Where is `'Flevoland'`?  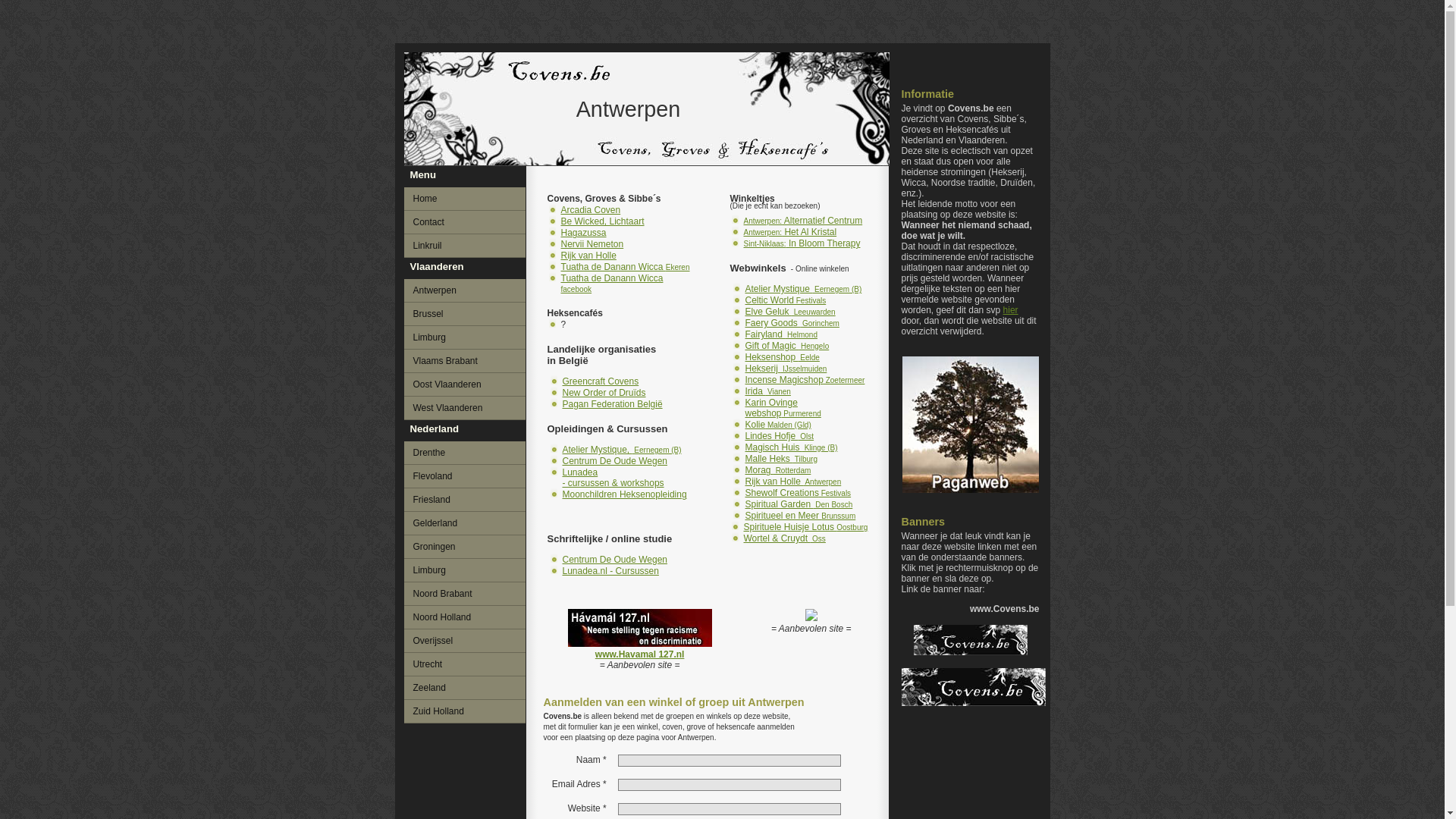
'Flevoland' is located at coordinates (463, 475).